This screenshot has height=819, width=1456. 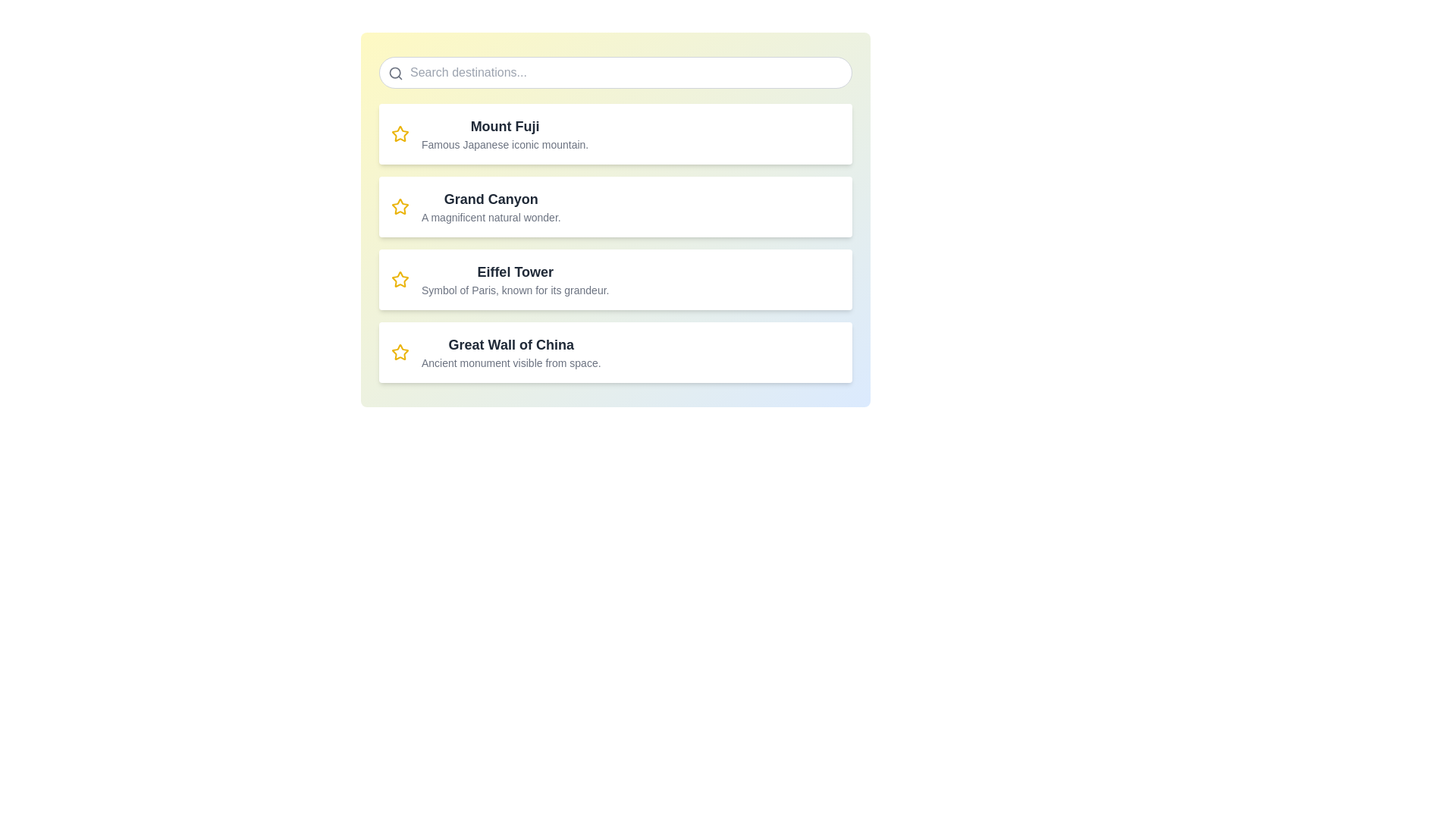 I want to click on the star icon graphic located on the left side of the fourth item in a vertical list, which describes the Great Wall of China, so click(x=400, y=353).